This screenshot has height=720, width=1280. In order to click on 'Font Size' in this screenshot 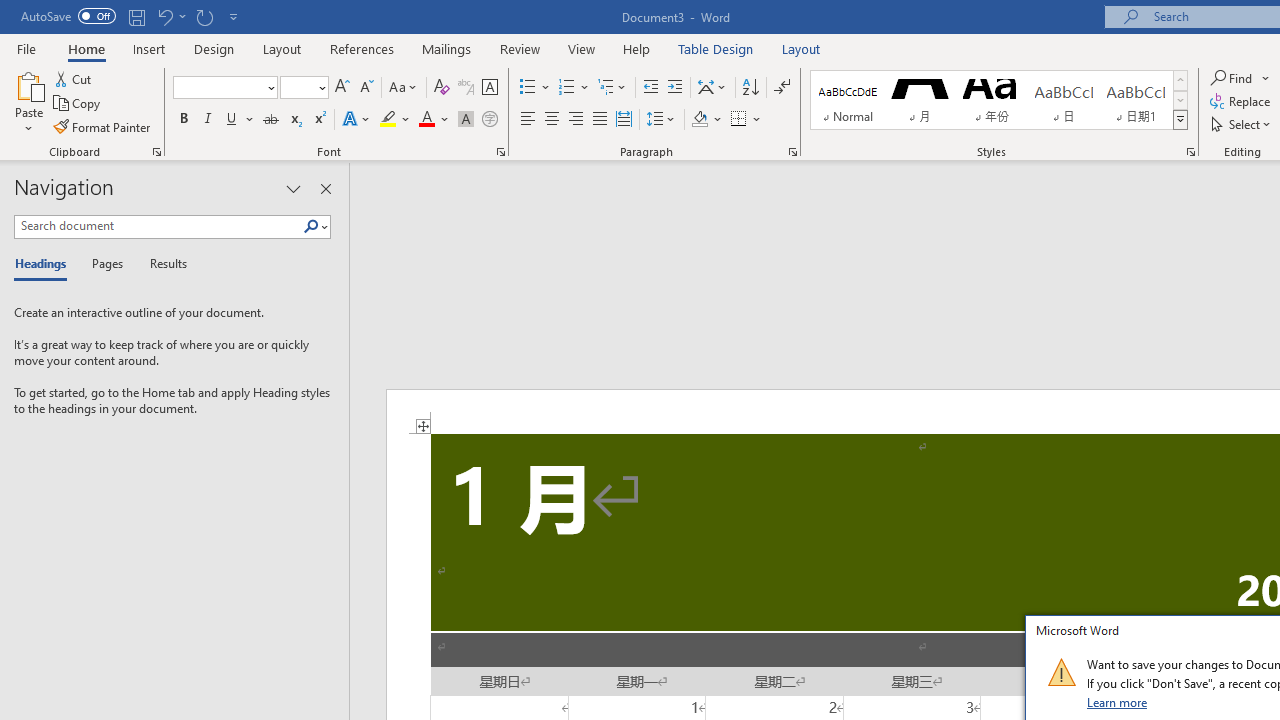, I will do `click(303, 86)`.